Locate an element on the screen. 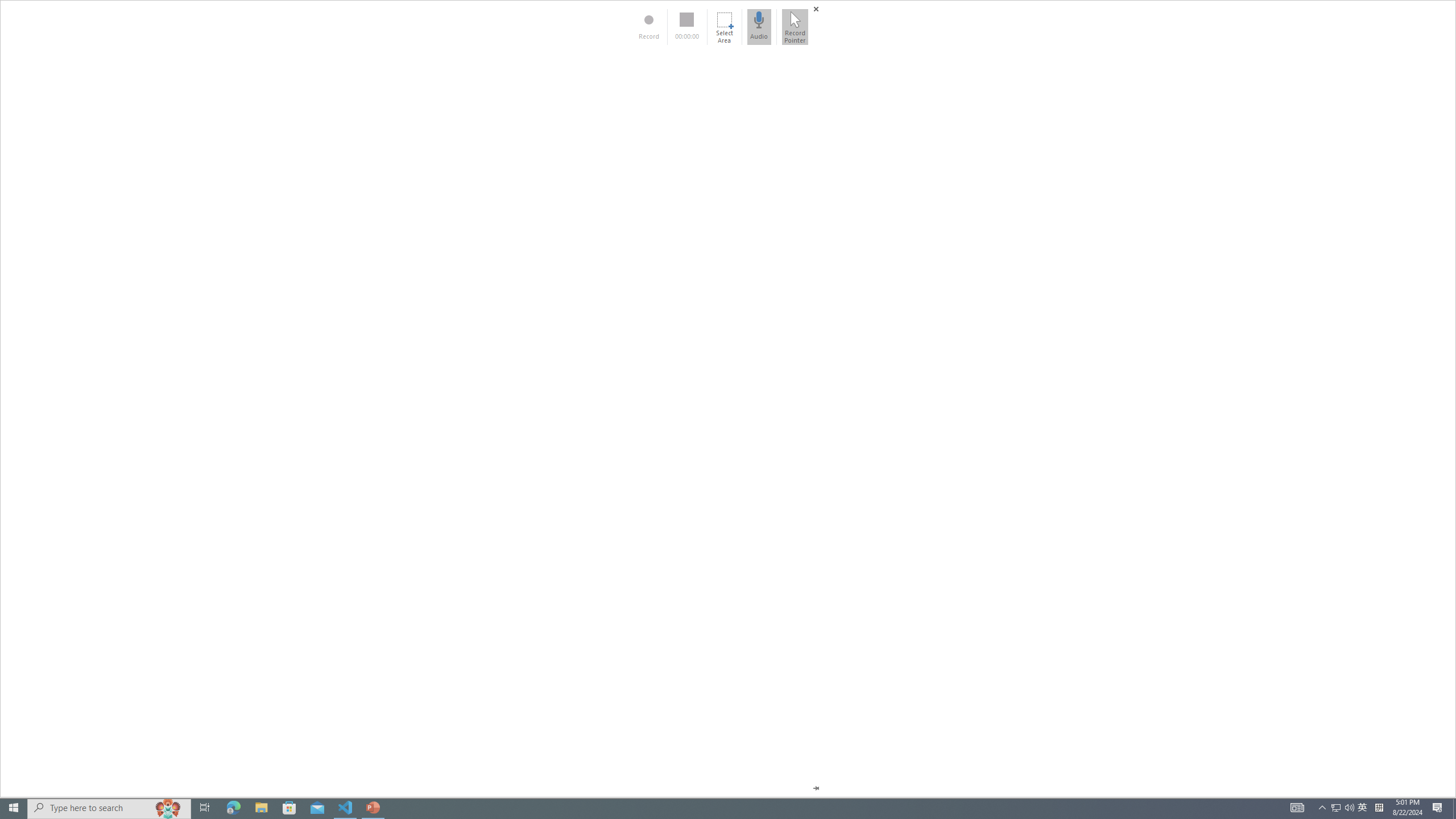 The width and height of the screenshot is (1456, 819). 'Close (Windows logo key+Shift+Q)' is located at coordinates (816, 9).